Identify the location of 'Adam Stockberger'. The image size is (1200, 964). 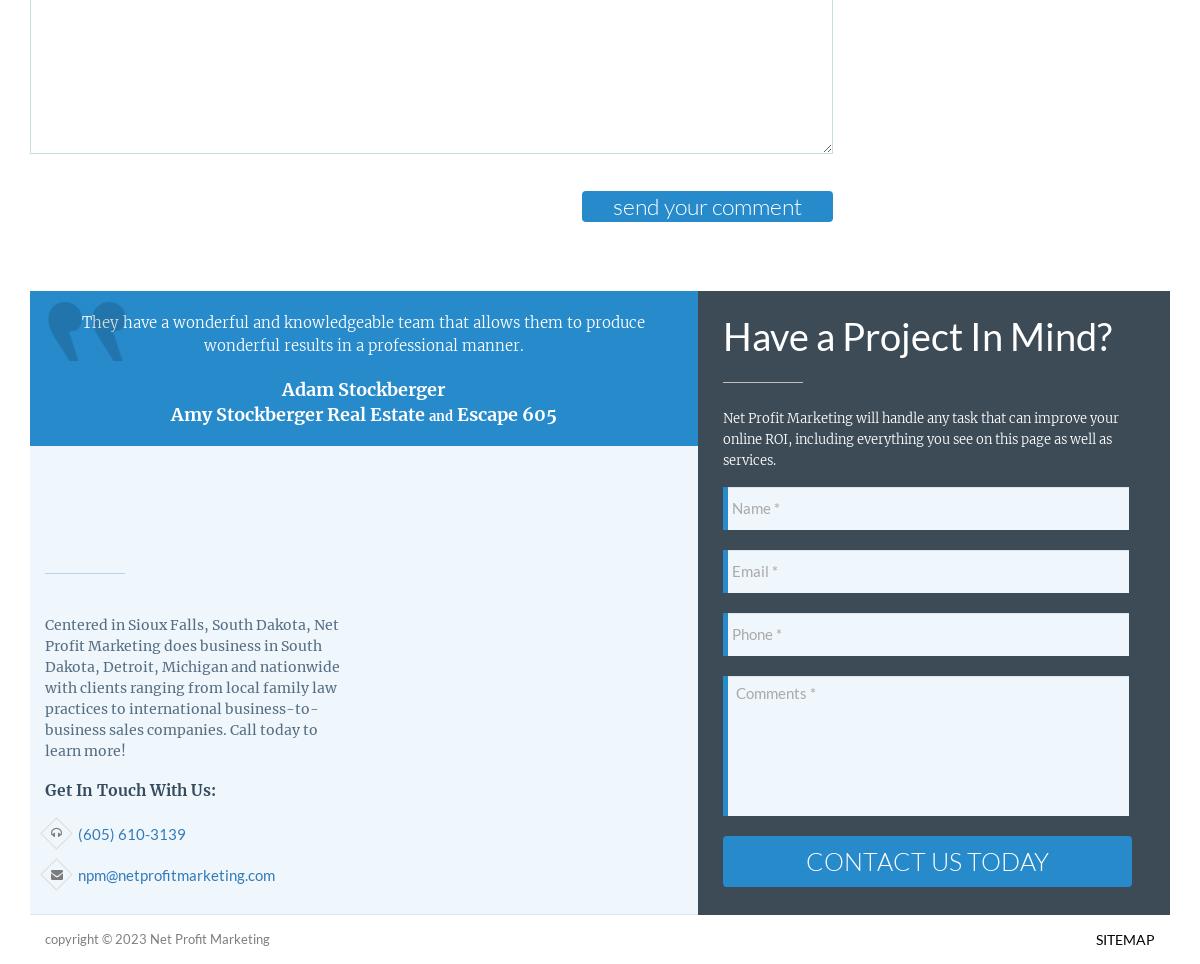
(363, 388).